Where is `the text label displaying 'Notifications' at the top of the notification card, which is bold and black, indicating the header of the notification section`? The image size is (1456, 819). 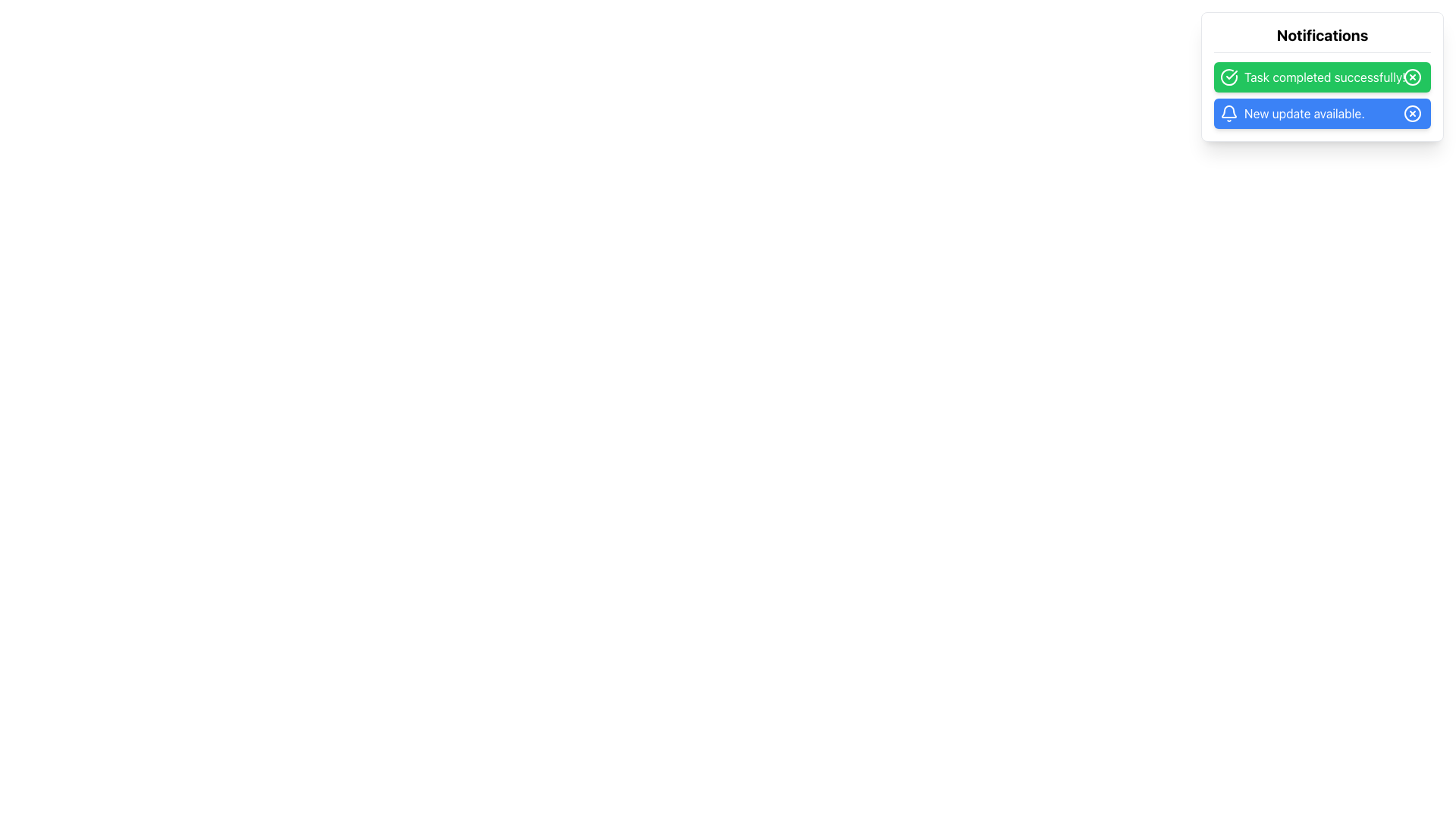
the text label displaying 'Notifications' at the top of the notification card, which is bold and black, indicating the header of the notification section is located at coordinates (1321, 37).